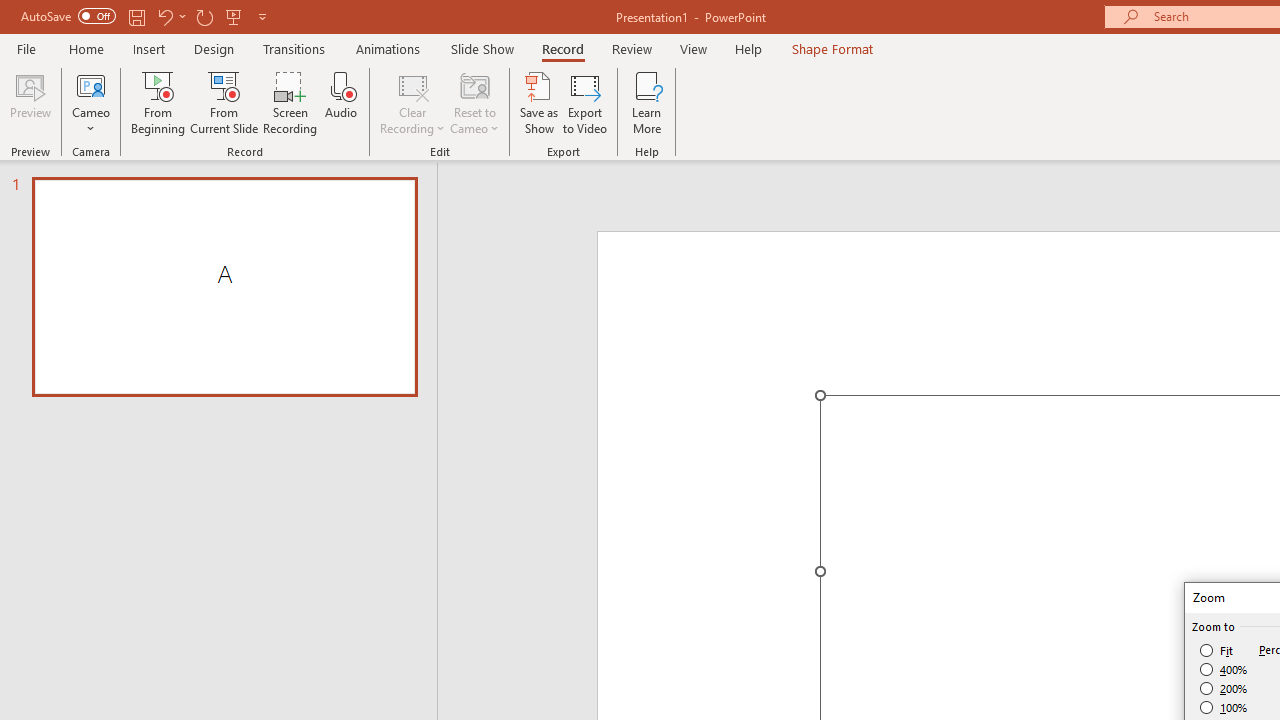 Image resolution: width=1280 pixels, height=720 pixels. What do you see at coordinates (647, 103) in the screenshot?
I see `'Learn More'` at bounding box center [647, 103].